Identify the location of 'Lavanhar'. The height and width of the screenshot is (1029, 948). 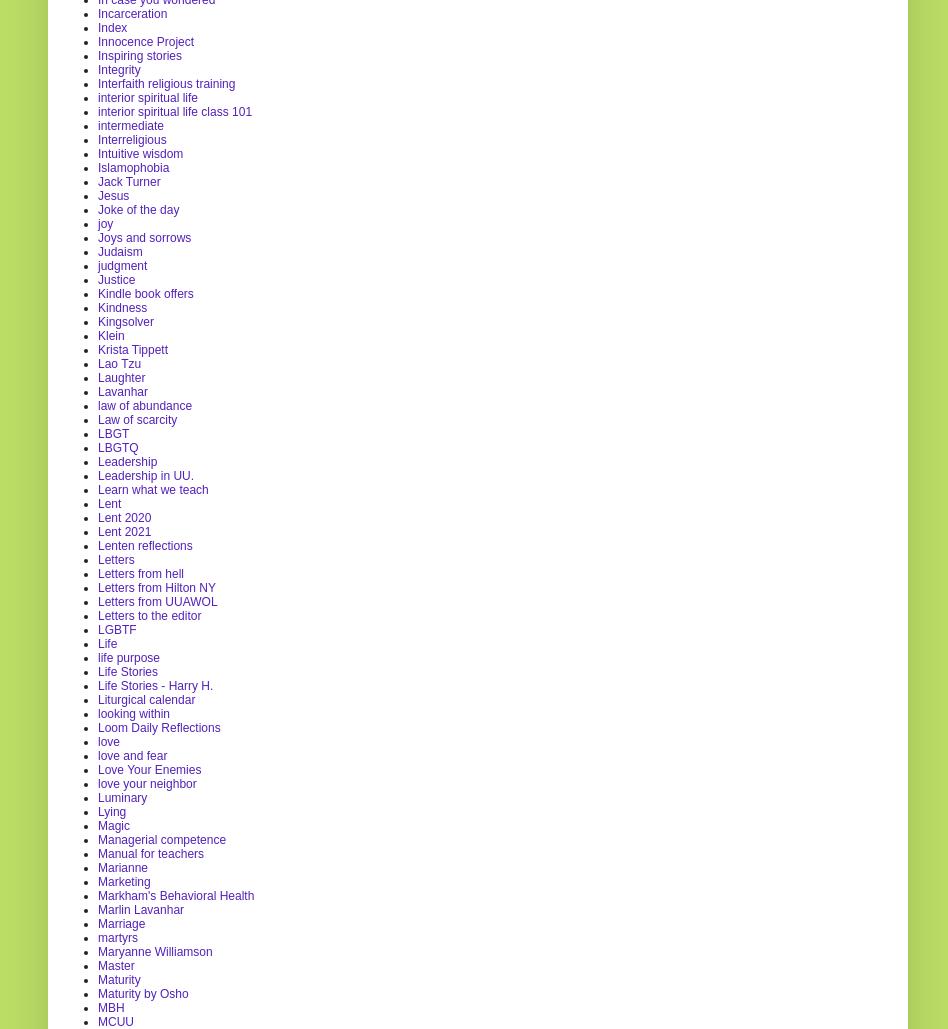
(121, 390).